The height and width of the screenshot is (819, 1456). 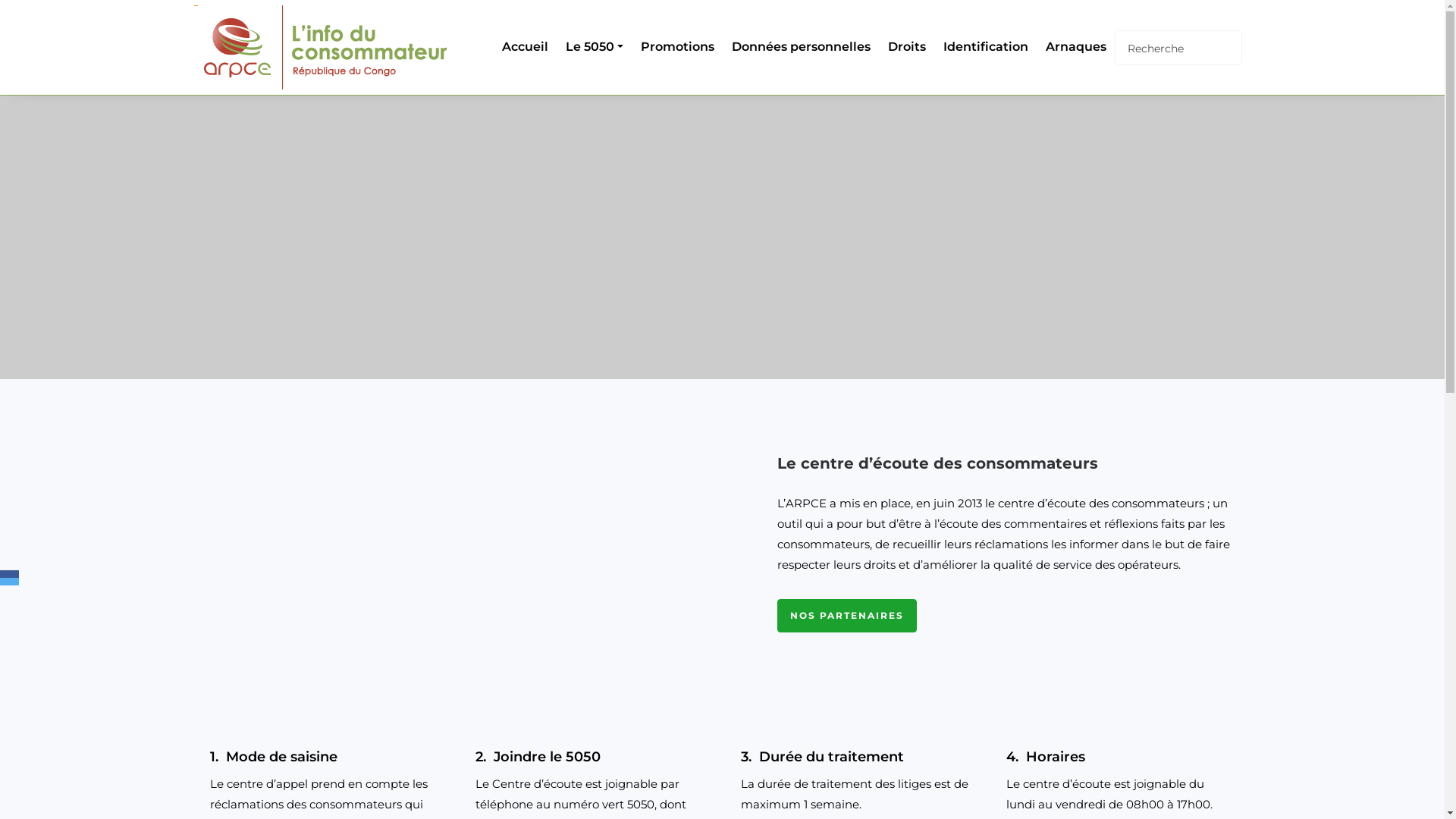 I want to click on 'Promotions', so click(x=673, y=46).